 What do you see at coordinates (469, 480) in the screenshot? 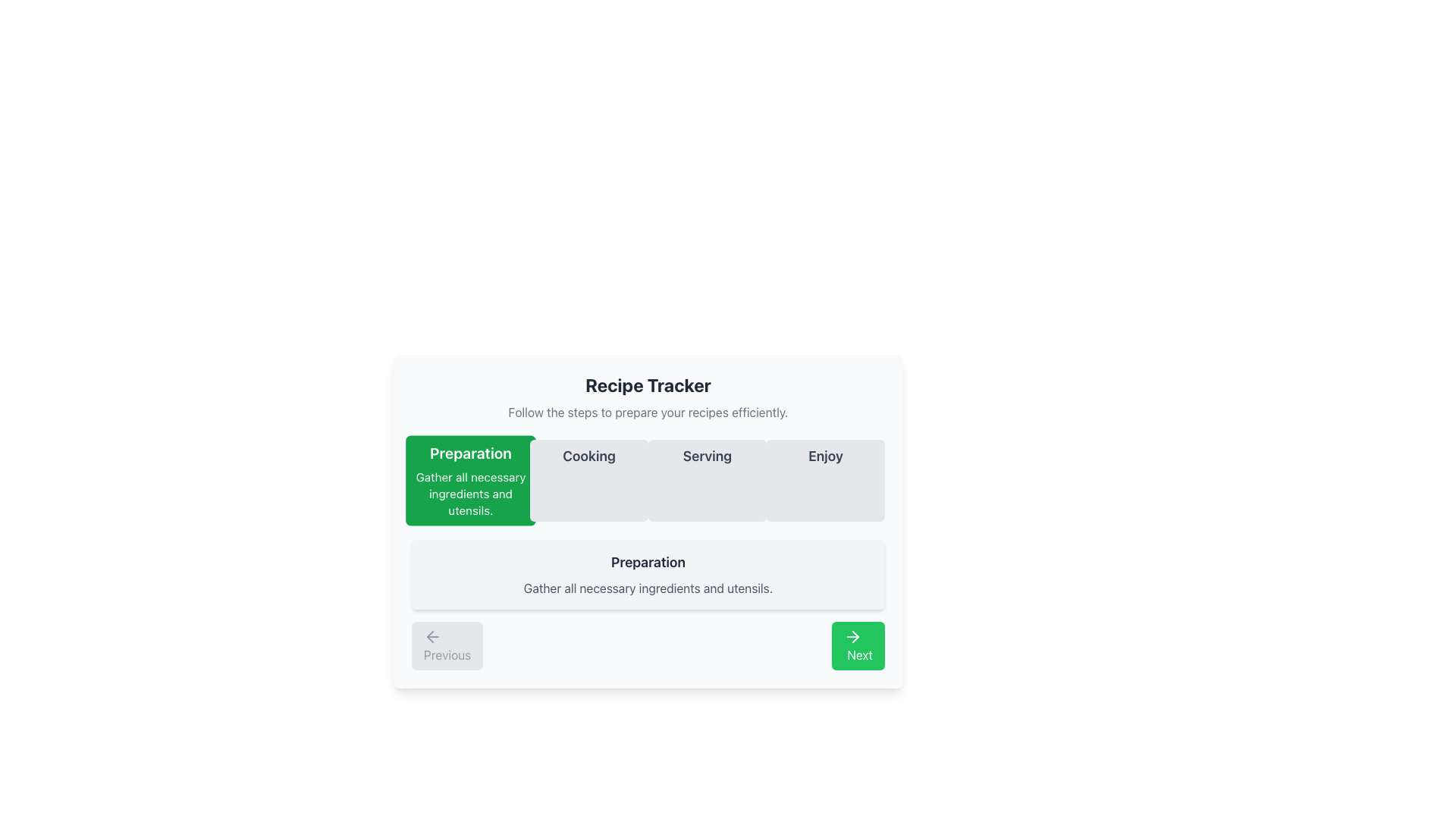
I see `the green 'Preparation' button, which contains the bold text 'Preparation' and additional instructions below, to indicate focus` at bounding box center [469, 480].